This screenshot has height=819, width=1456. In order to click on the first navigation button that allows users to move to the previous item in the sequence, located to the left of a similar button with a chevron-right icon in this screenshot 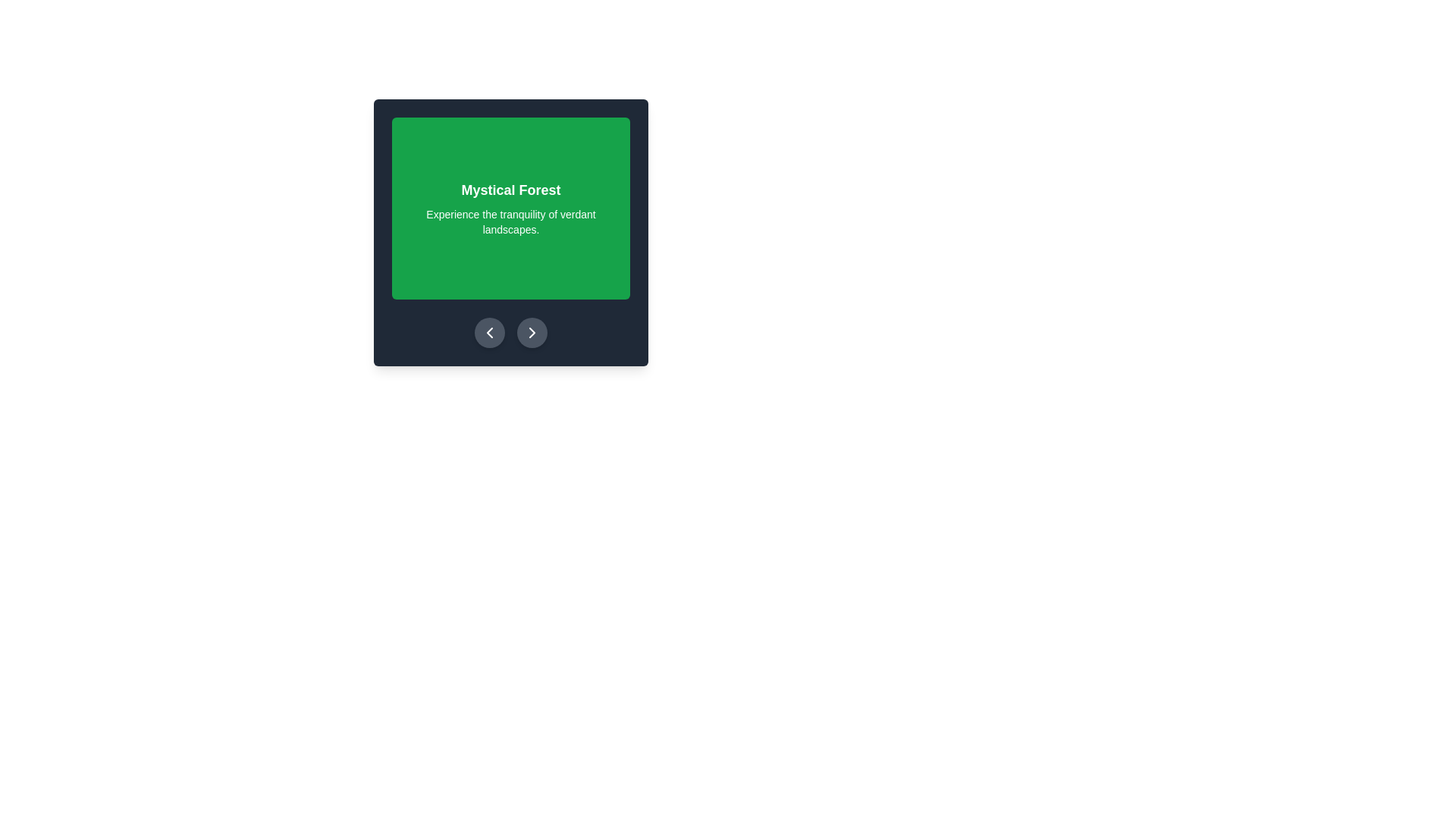, I will do `click(490, 332)`.